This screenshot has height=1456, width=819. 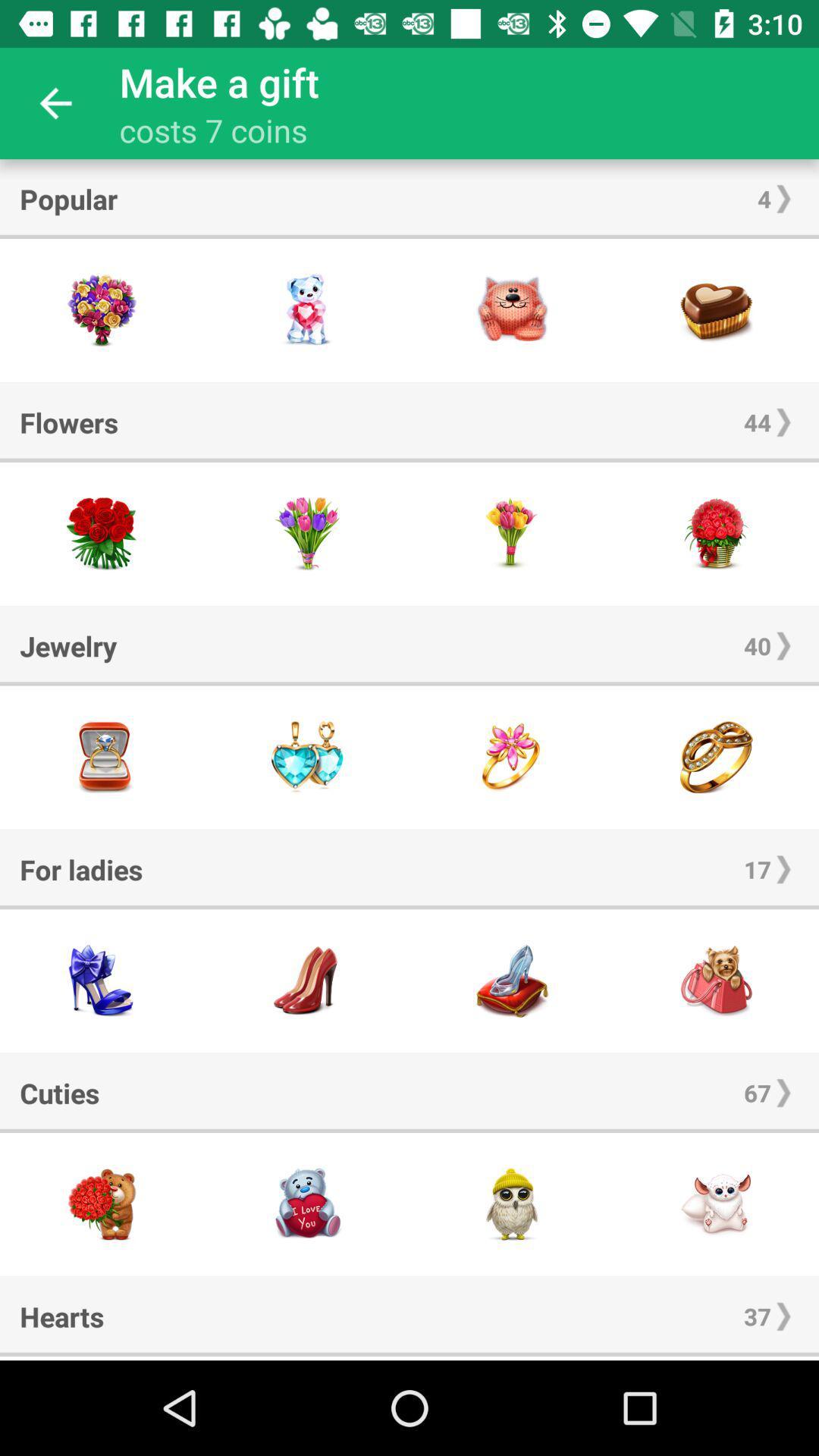 I want to click on gift option, so click(x=512, y=1203).